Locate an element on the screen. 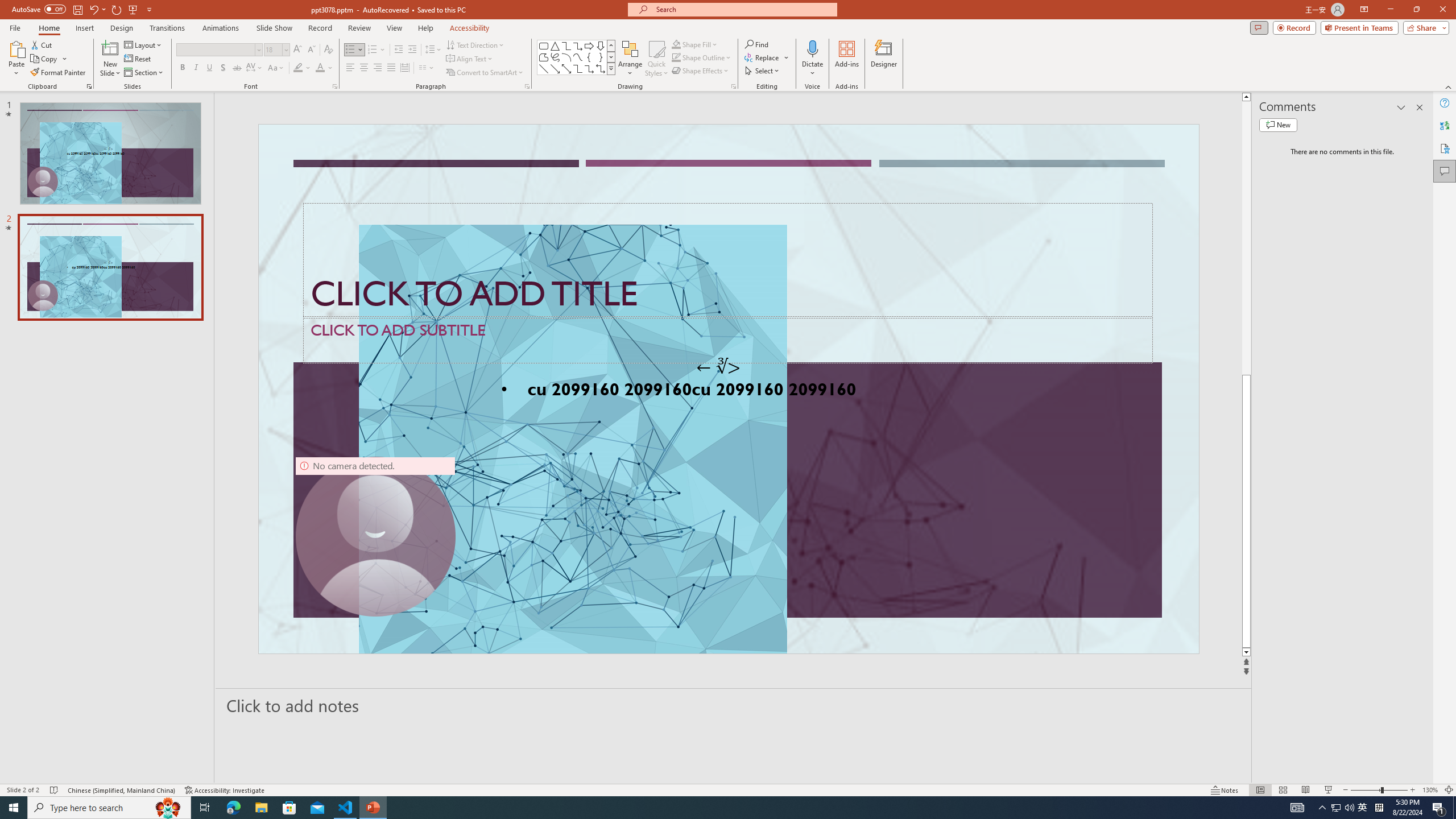 This screenshot has width=1456, height=819. 'Close pane' is located at coordinates (1419, 107).